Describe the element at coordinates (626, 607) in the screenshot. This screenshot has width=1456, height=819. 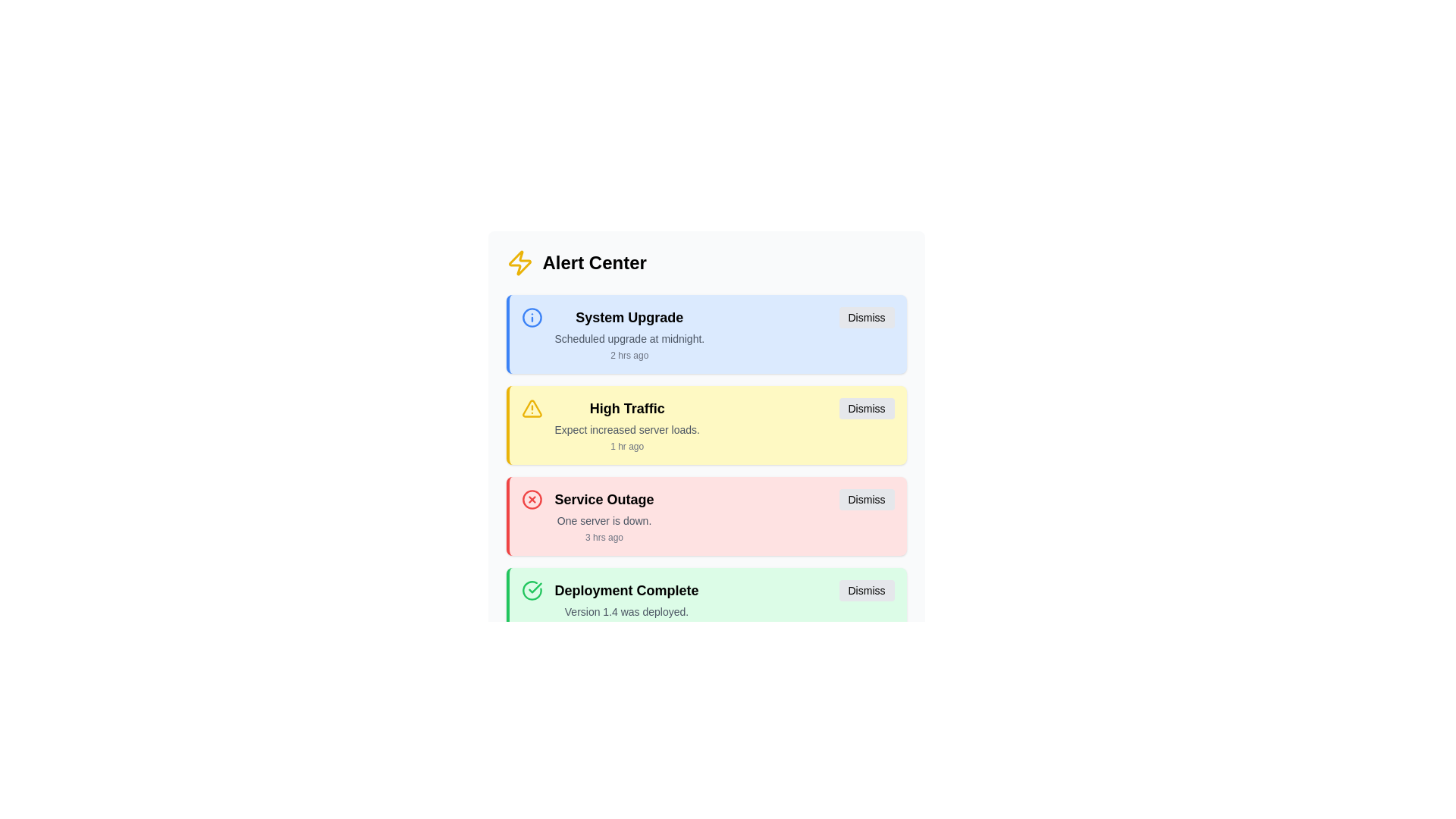
I see `the 'Deployment Complete' text in the green notification box to read it` at that location.